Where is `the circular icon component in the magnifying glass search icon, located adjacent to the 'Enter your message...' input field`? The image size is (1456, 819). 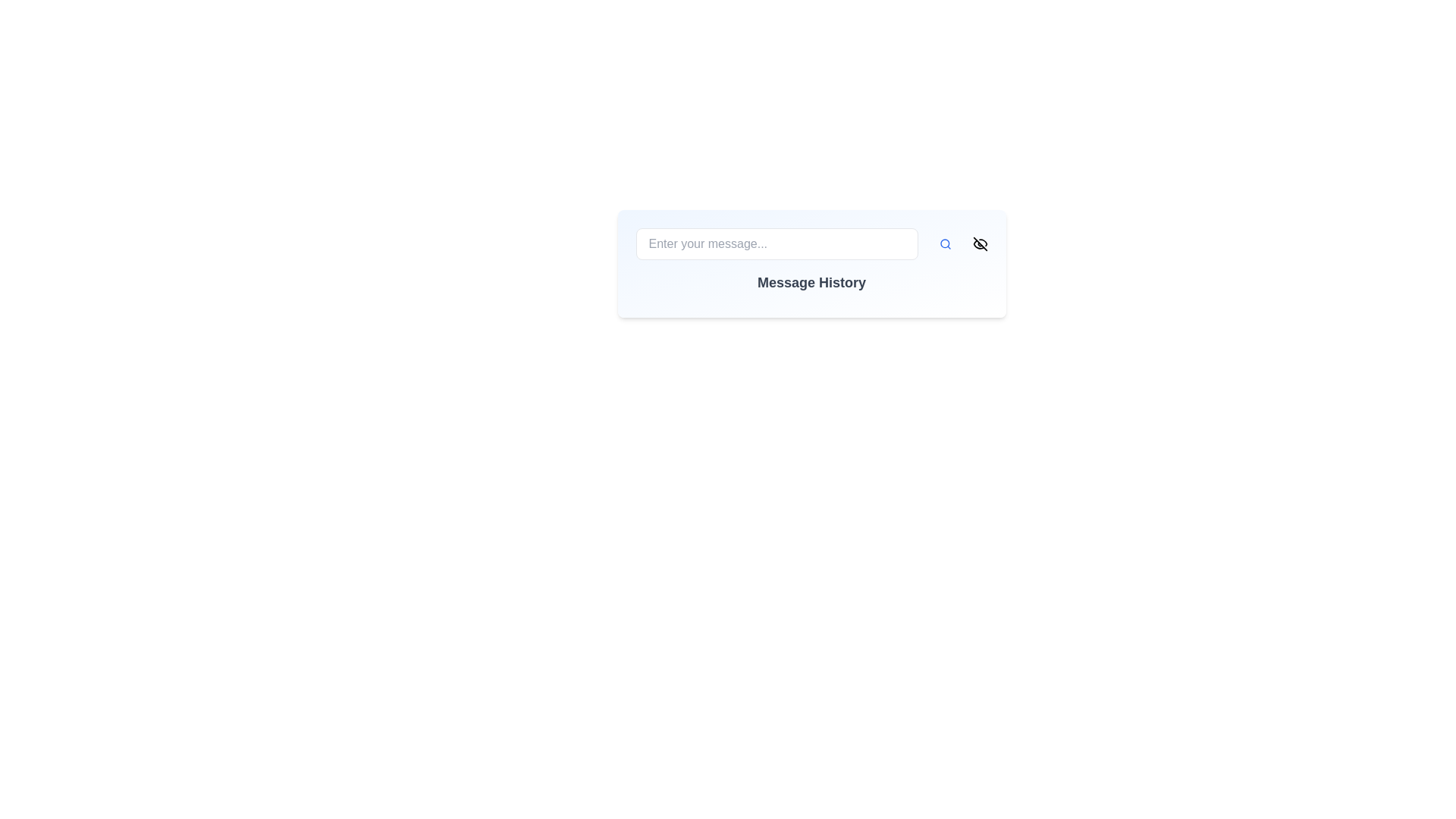
the circular icon component in the magnifying glass search icon, located adjacent to the 'Enter your message...' input field is located at coordinates (943, 243).